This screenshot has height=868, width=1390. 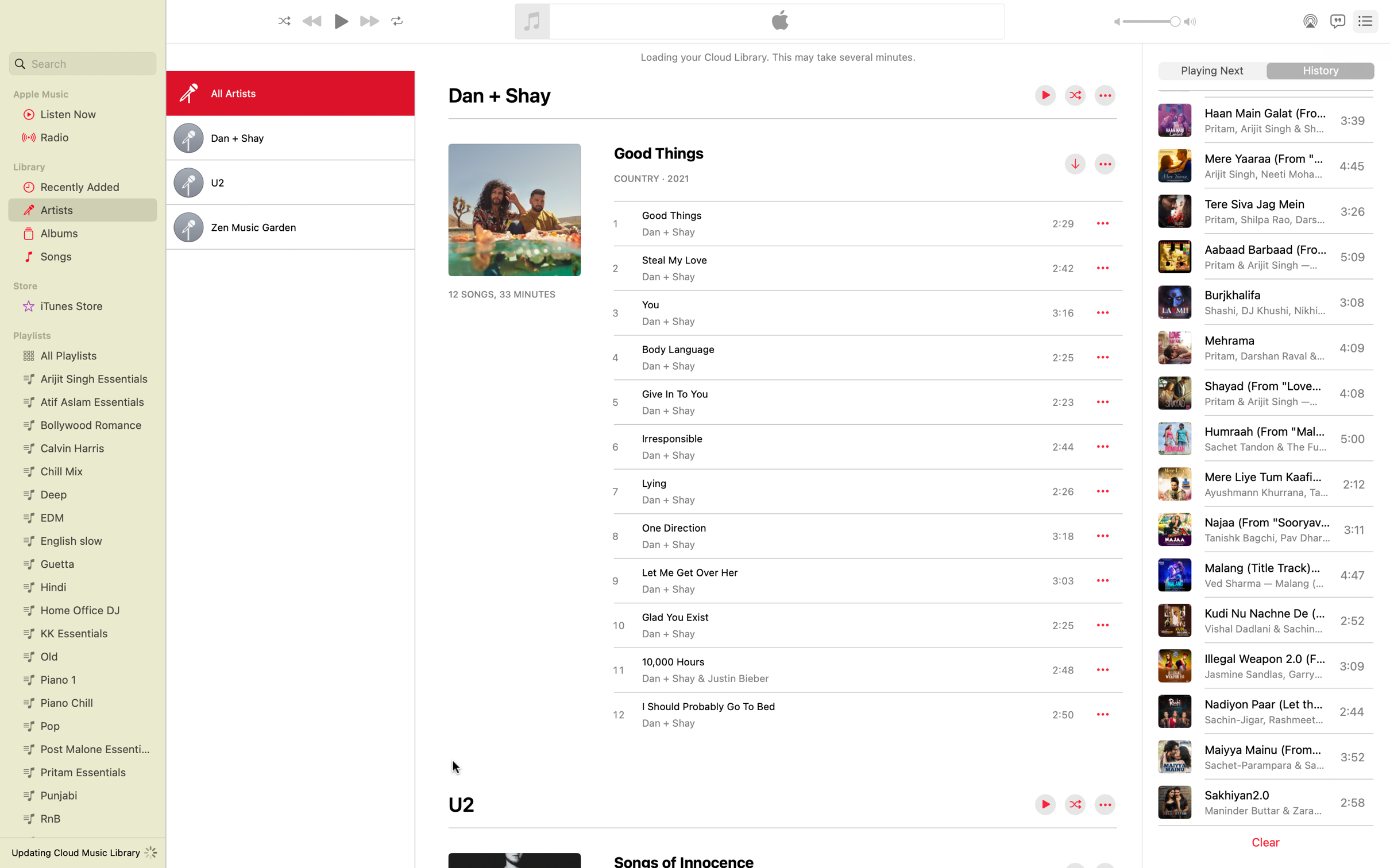 I want to click on Move to the next tune in the queue, so click(x=1212, y=71).